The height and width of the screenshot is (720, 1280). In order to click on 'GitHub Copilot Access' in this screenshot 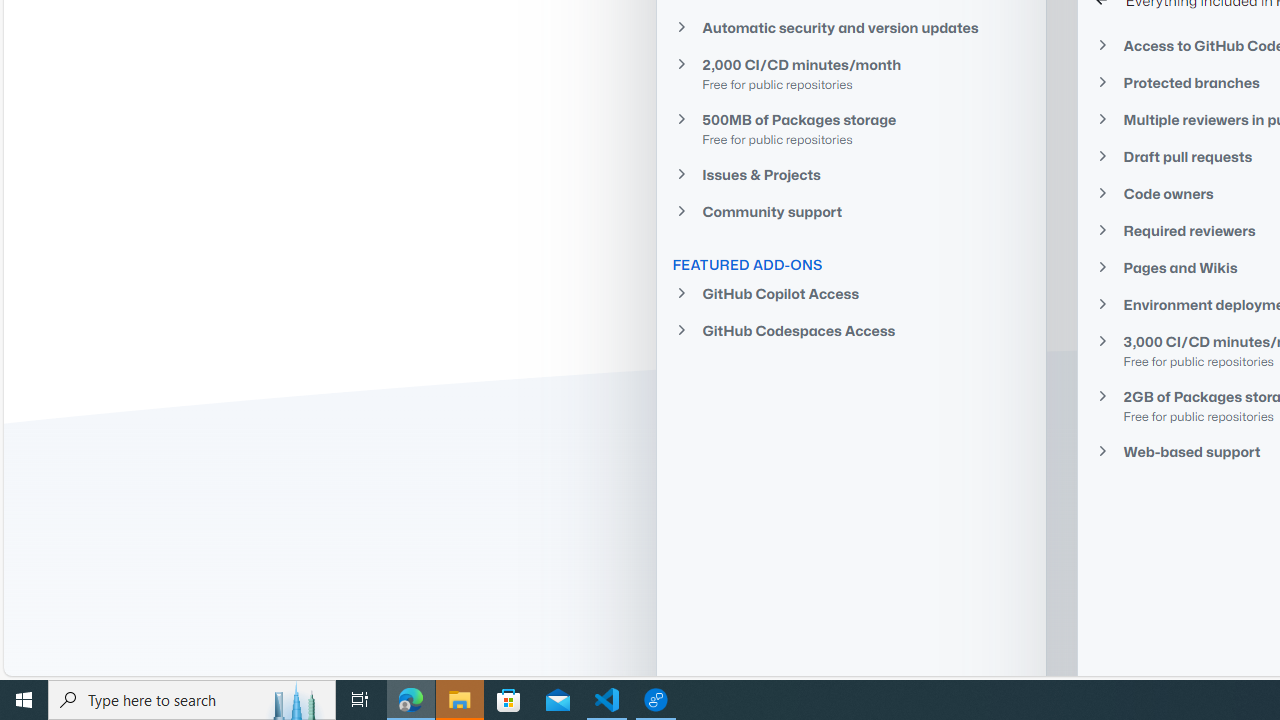, I will do `click(851, 294)`.